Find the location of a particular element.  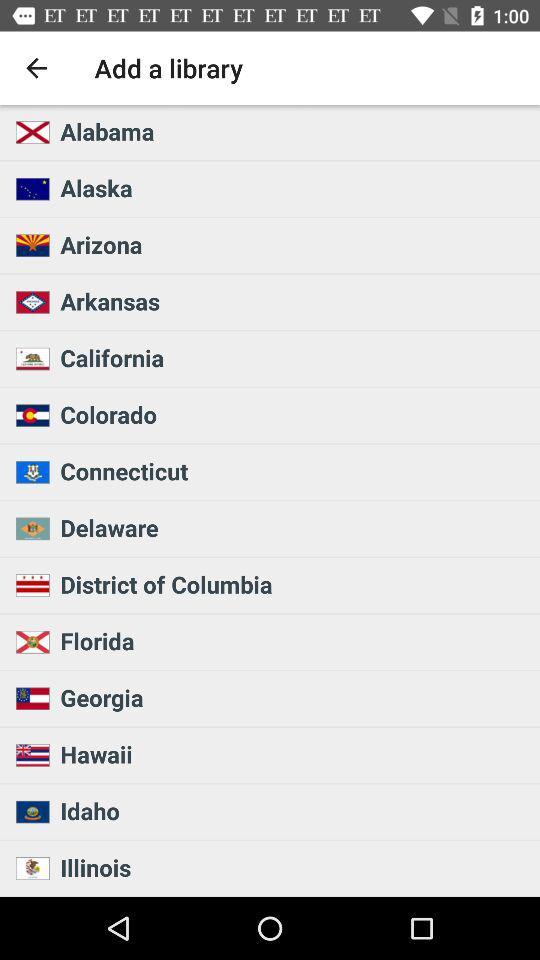

icon below arizona item is located at coordinates (293, 301).